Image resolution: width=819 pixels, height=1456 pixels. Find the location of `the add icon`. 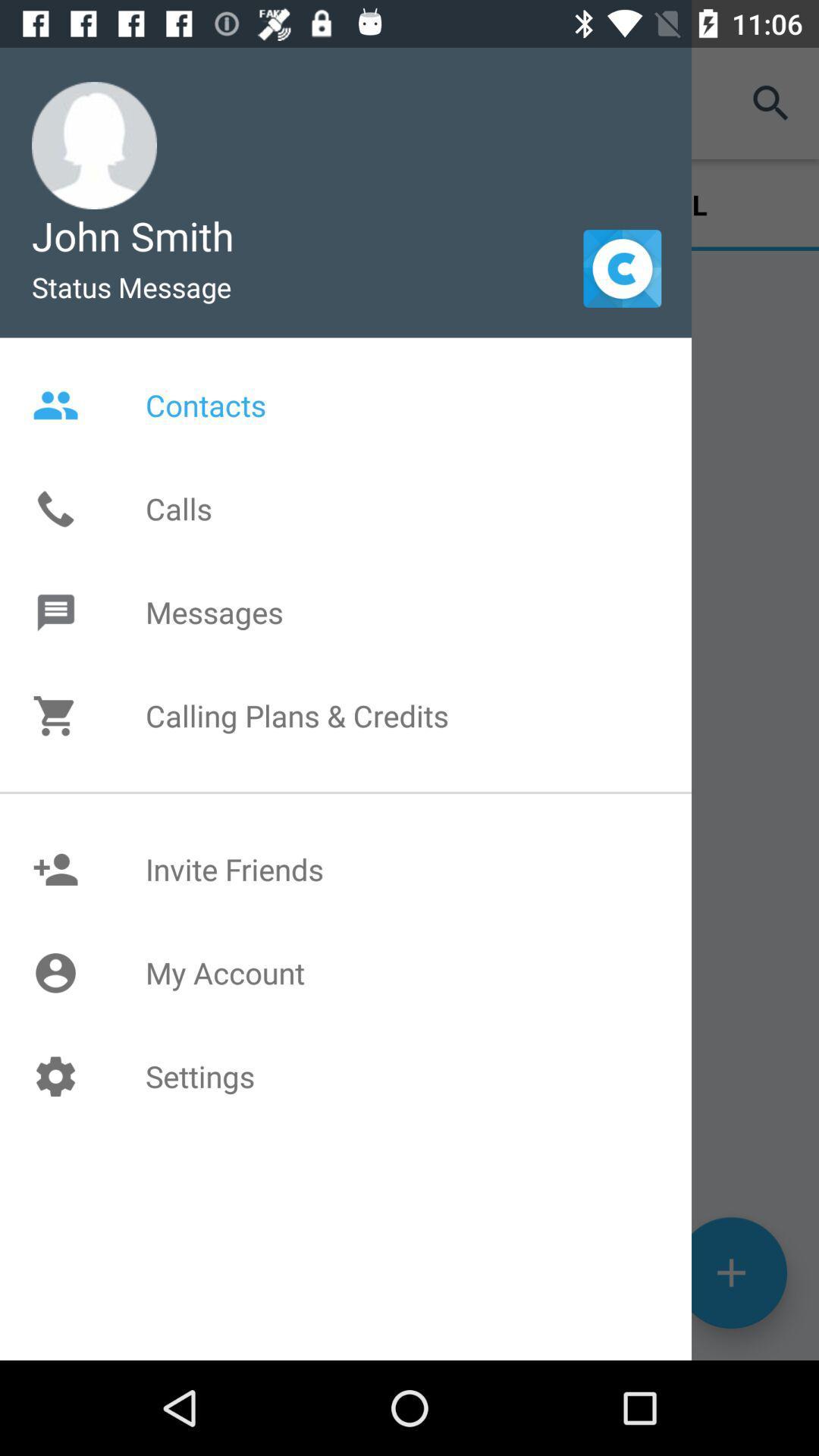

the add icon is located at coordinates (730, 1362).